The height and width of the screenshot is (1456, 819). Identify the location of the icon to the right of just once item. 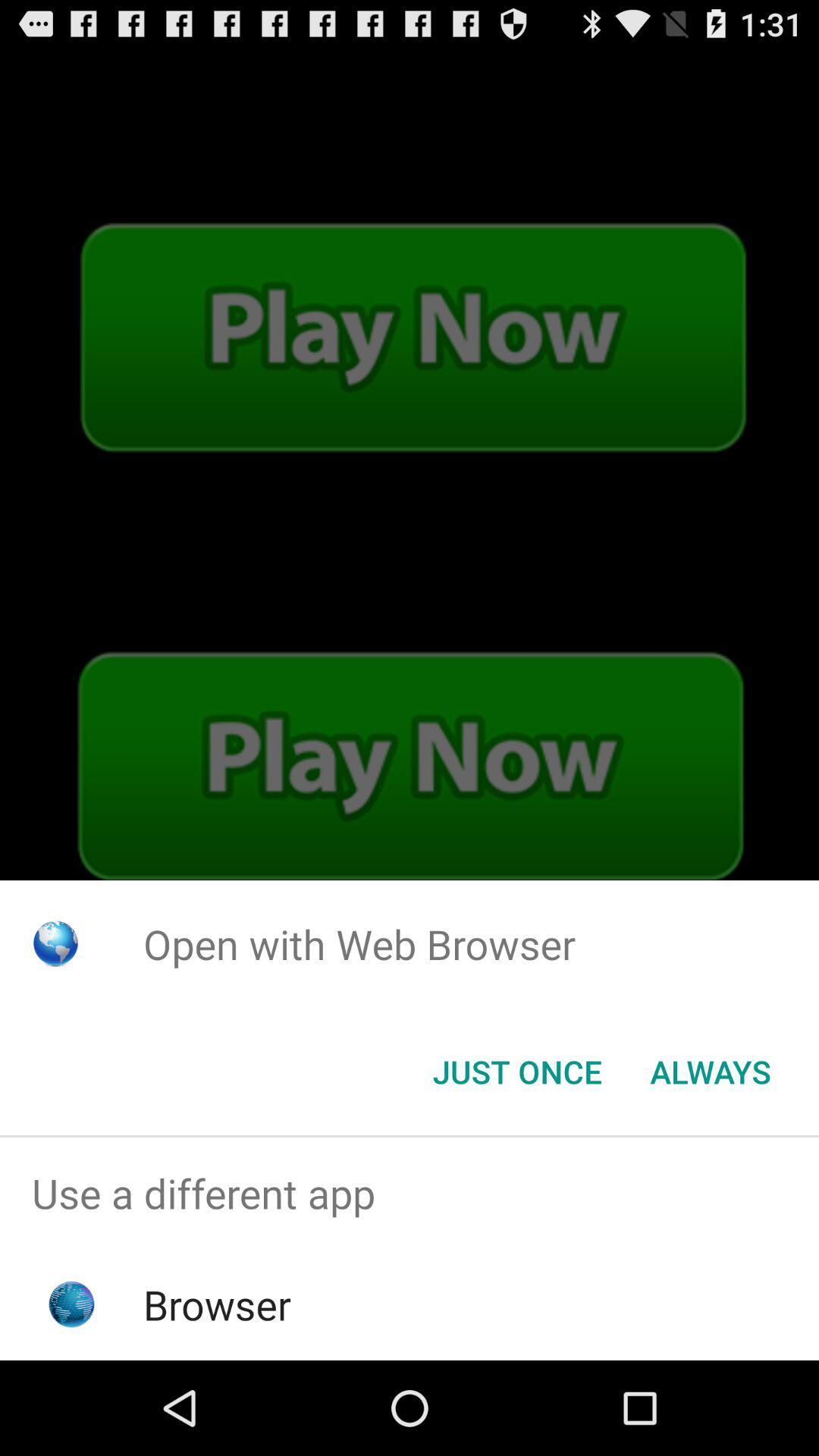
(711, 1070).